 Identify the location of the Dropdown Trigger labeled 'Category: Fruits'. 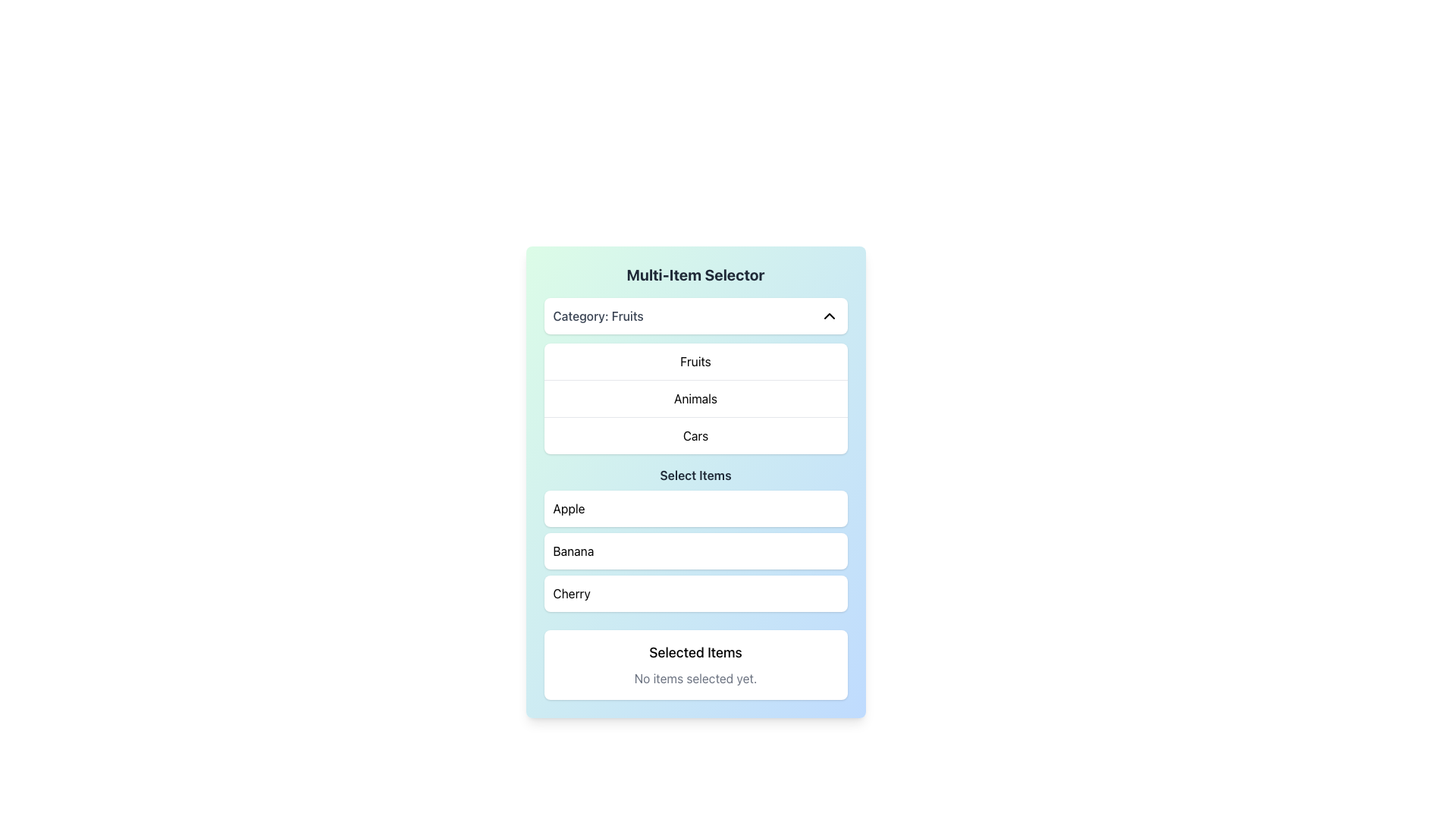
(695, 315).